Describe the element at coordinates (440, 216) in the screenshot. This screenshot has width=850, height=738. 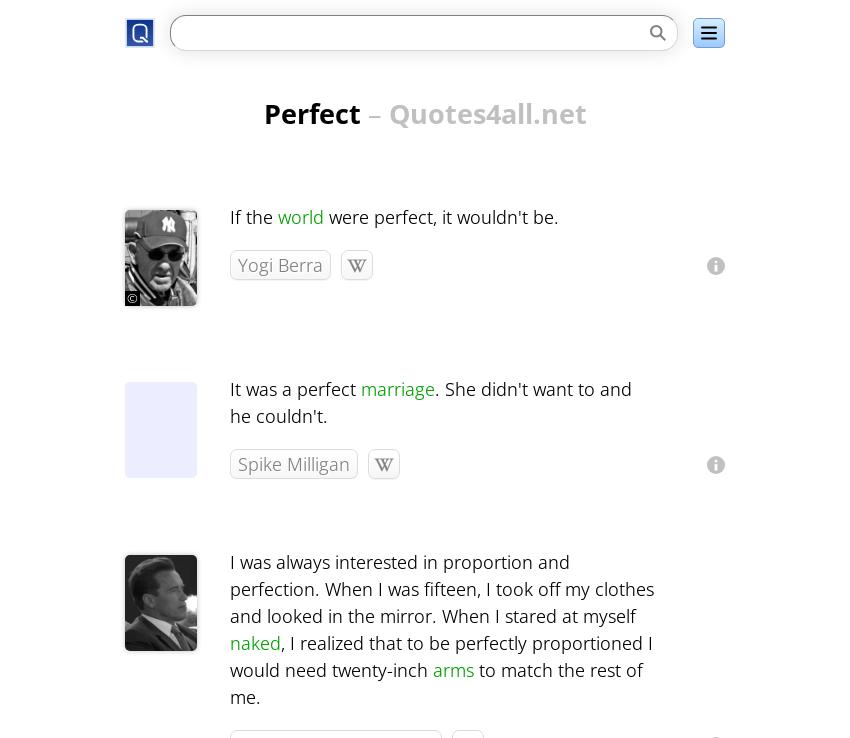
I see `'were perfect, it wouldn't be.'` at that location.